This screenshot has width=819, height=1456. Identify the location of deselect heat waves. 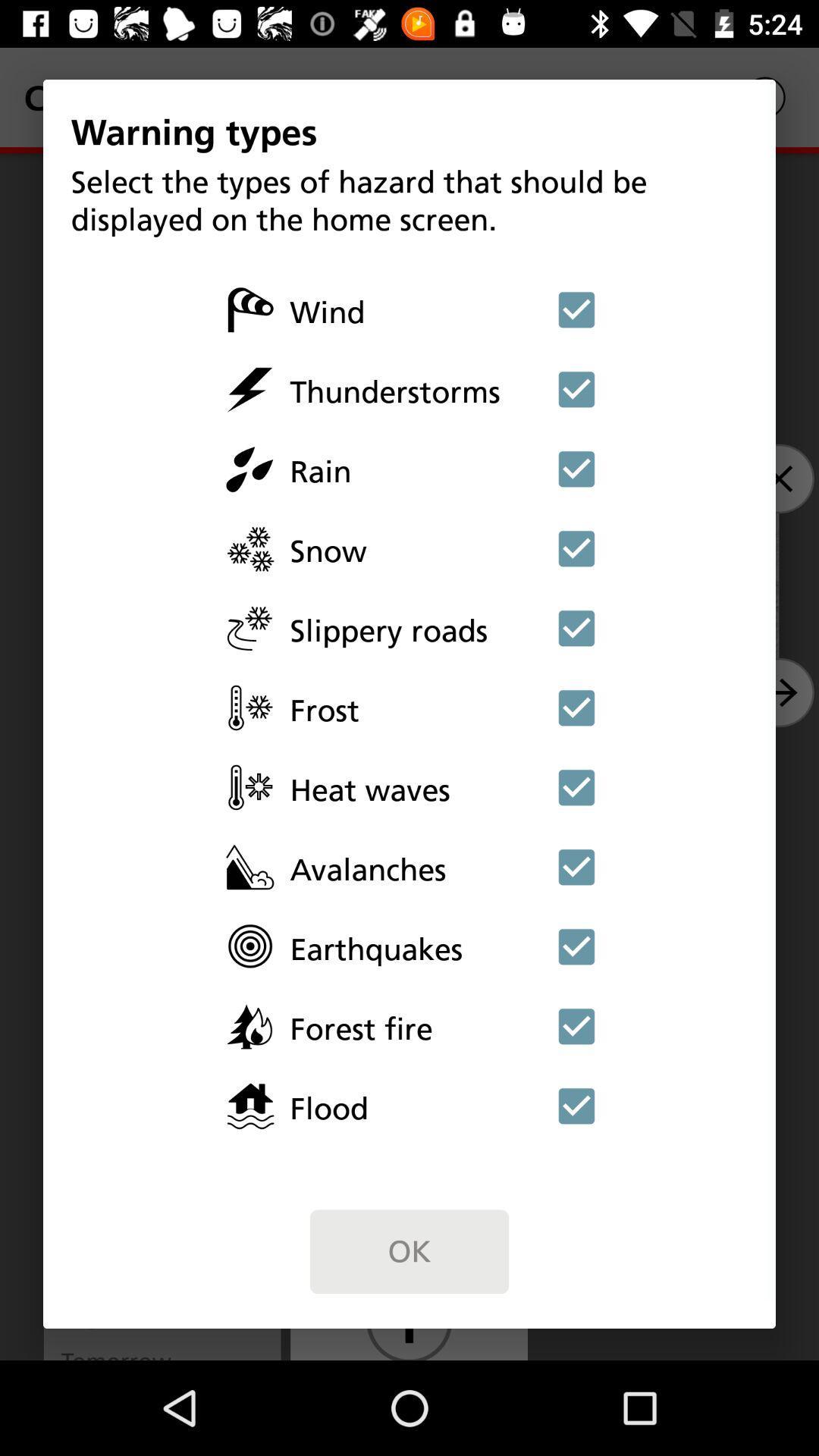
(576, 787).